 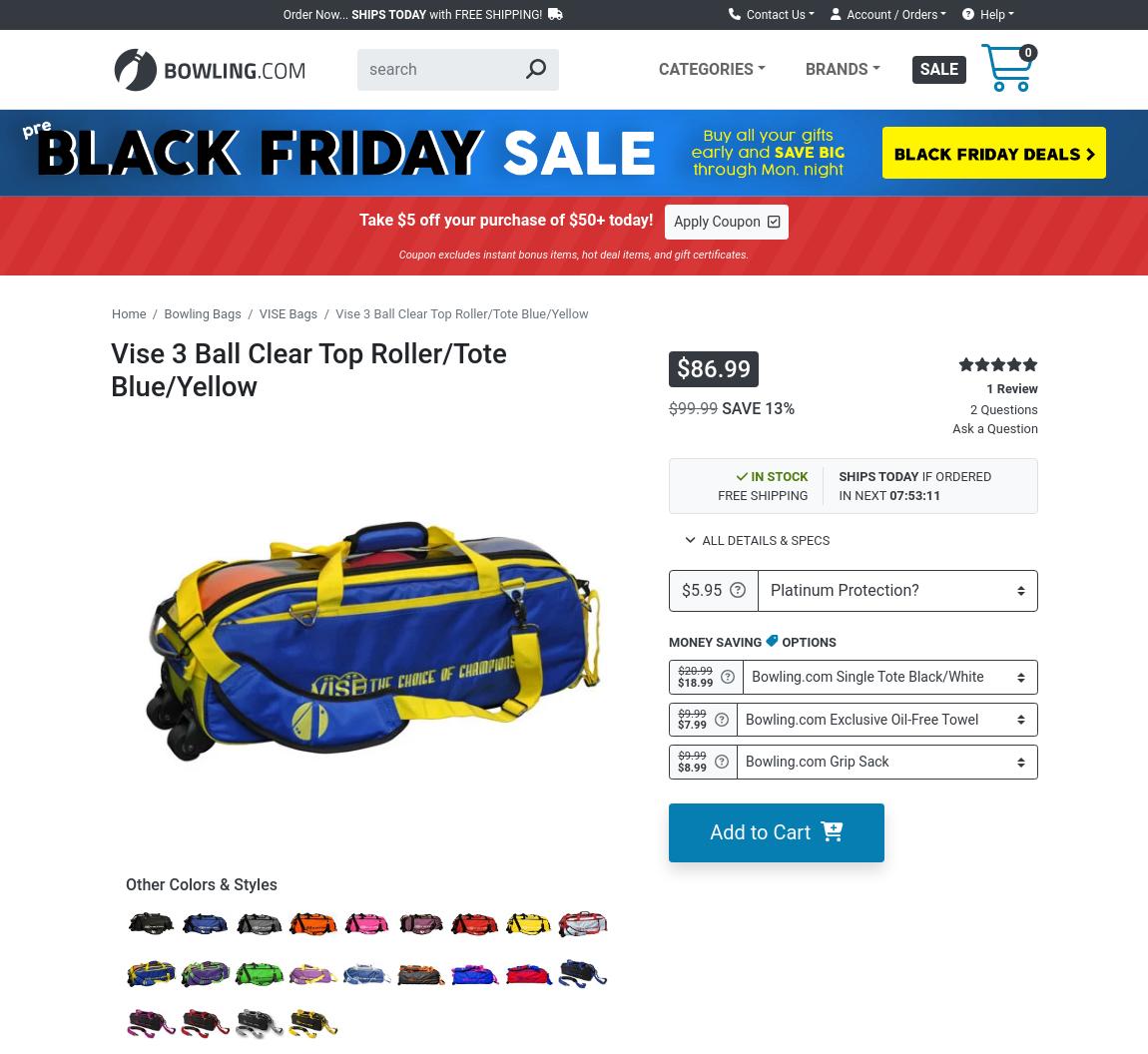 I want to click on 'Home', so click(x=128, y=312).